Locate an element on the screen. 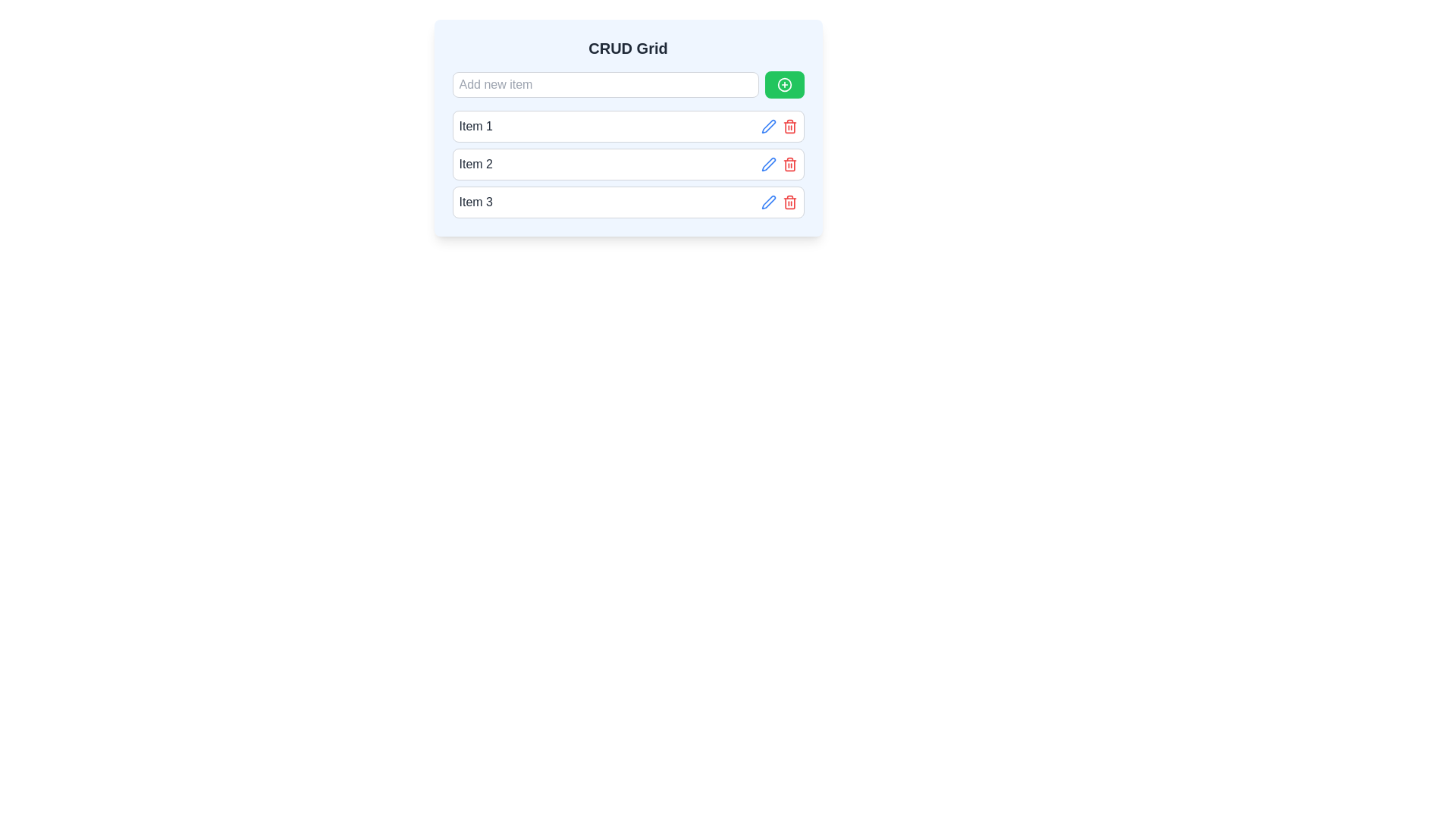  the input field for adding a new item is located at coordinates (628, 84).